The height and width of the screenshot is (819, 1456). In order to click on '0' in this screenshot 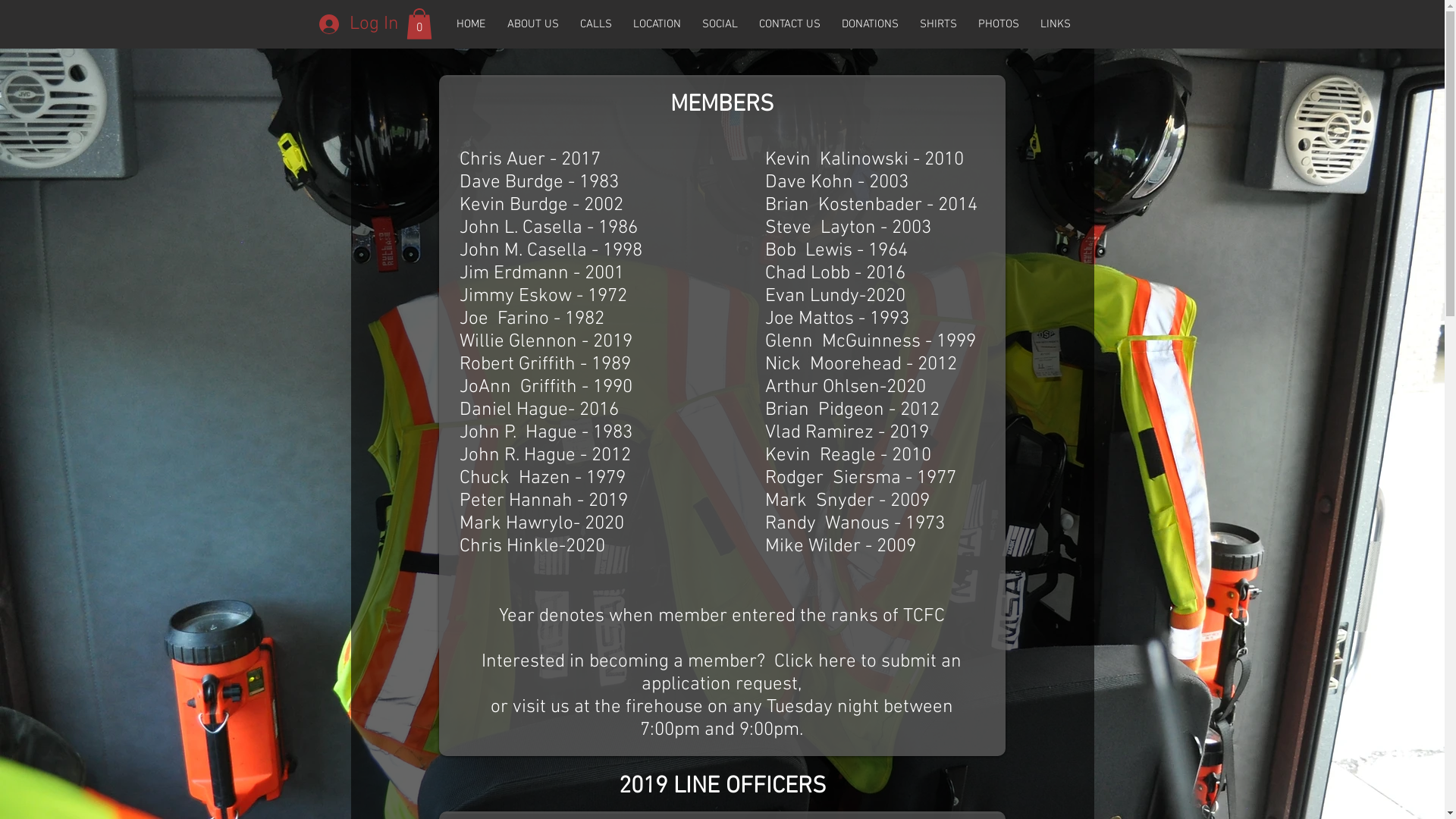, I will do `click(406, 24)`.